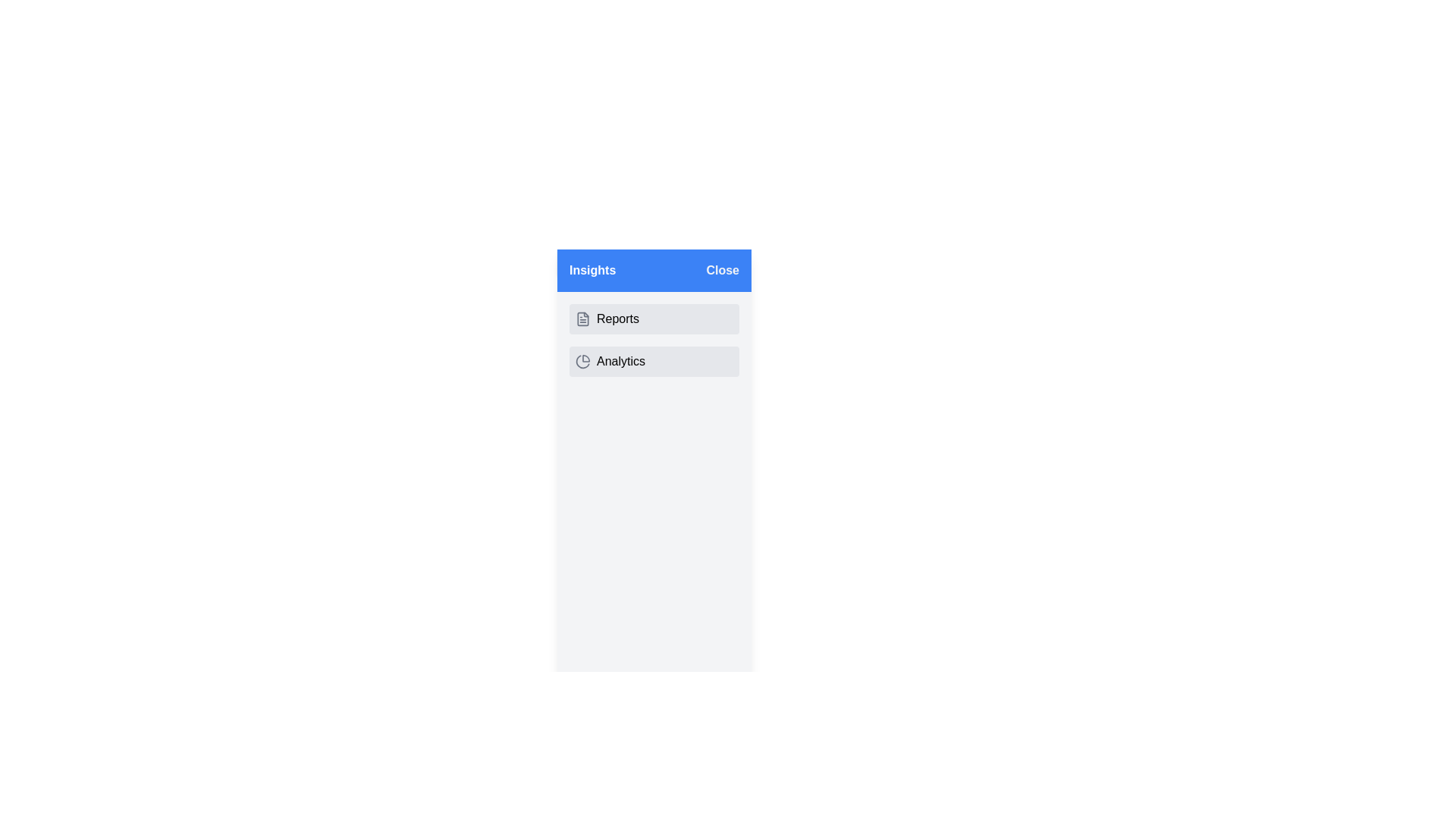 This screenshot has height=819, width=1456. Describe the element at coordinates (654, 270) in the screenshot. I see `the 'Insights' label in the header bar at the top of the side menu for contextual information` at that location.